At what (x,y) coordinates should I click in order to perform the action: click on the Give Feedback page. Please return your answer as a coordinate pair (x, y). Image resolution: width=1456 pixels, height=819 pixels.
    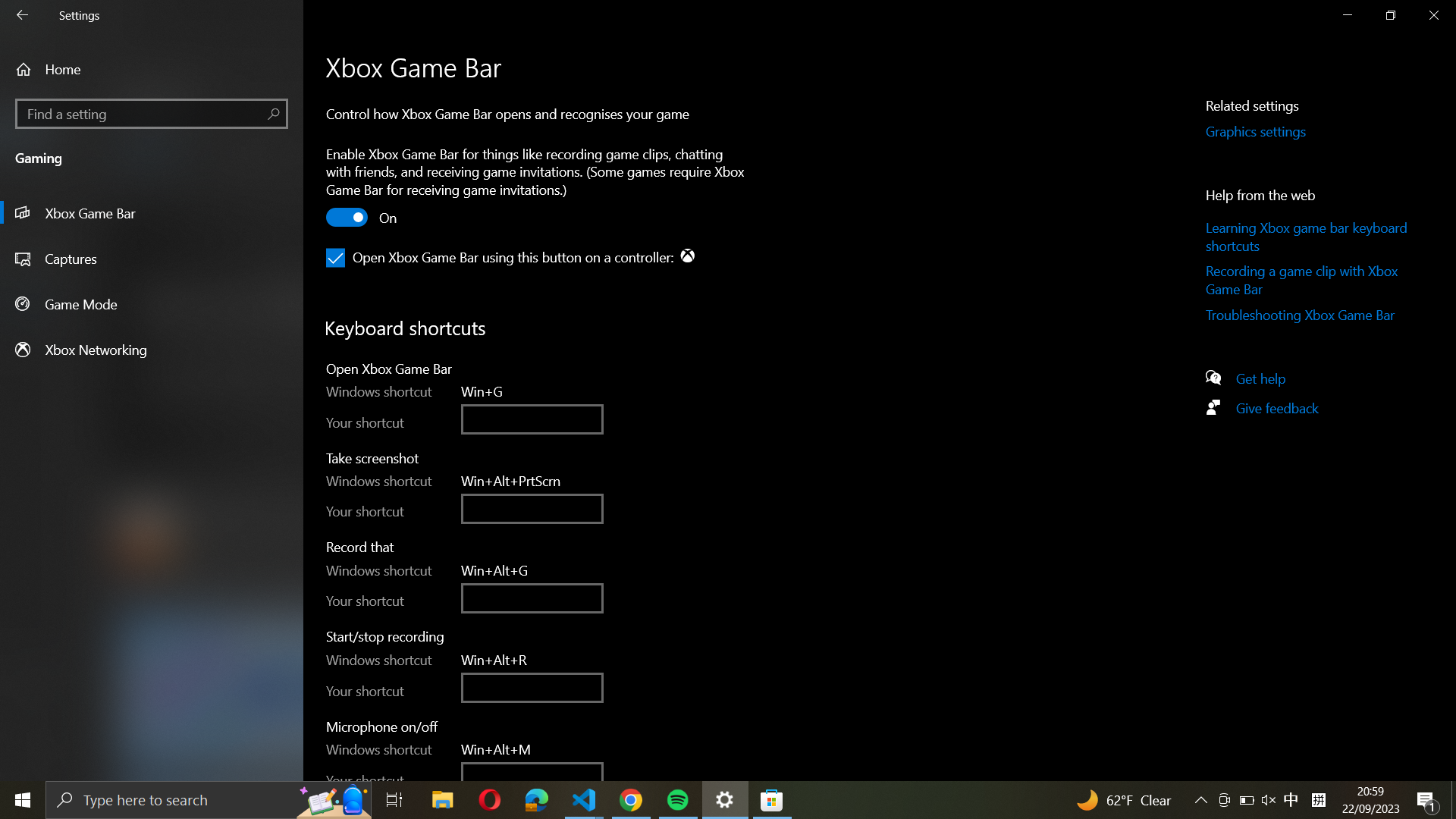
    Looking at the image, I should click on (1268, 411).